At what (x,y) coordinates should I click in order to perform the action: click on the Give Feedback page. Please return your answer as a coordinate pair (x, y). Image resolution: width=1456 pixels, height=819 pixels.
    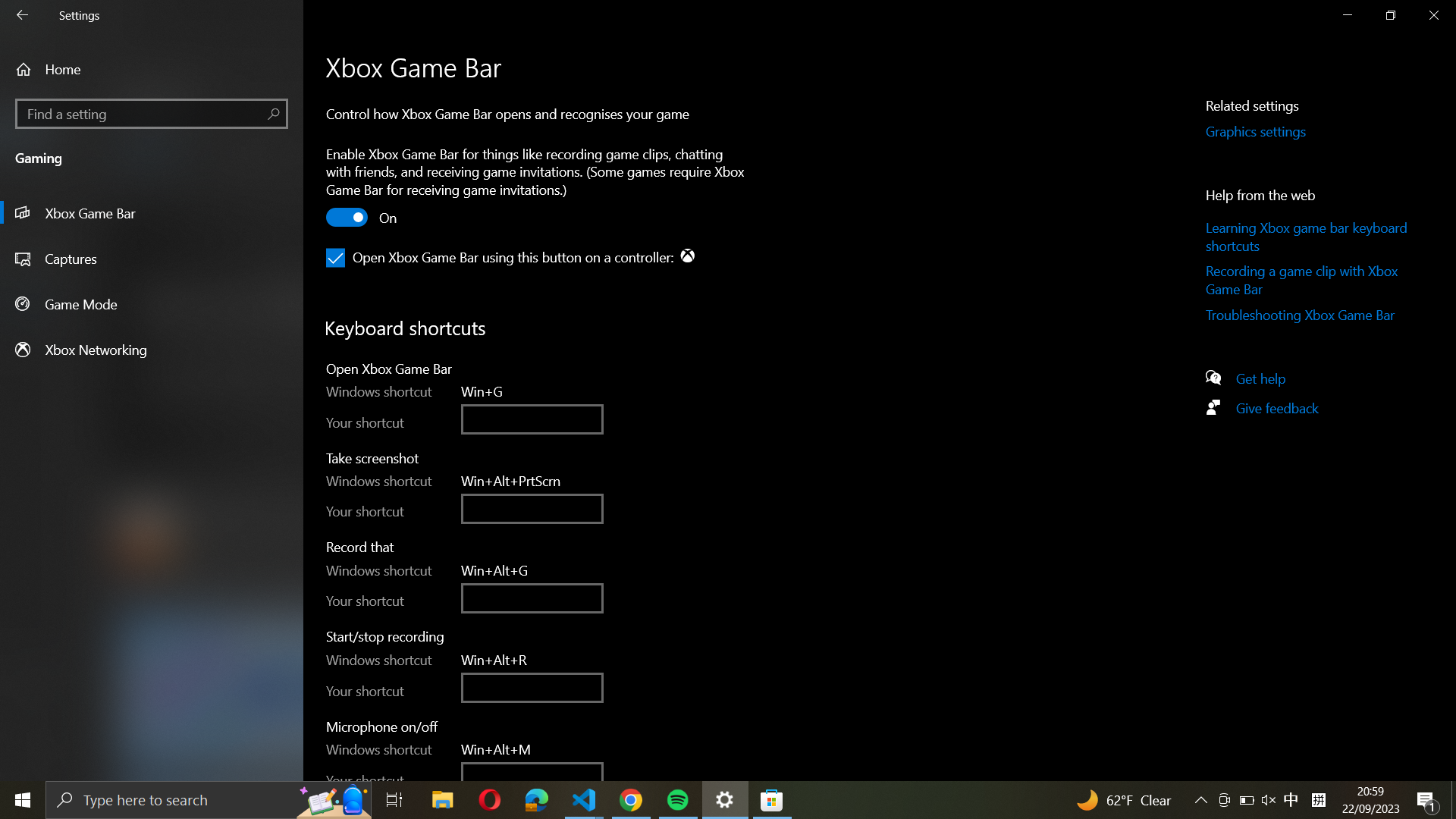
    Looking at the image, I should click on (1268, 411).